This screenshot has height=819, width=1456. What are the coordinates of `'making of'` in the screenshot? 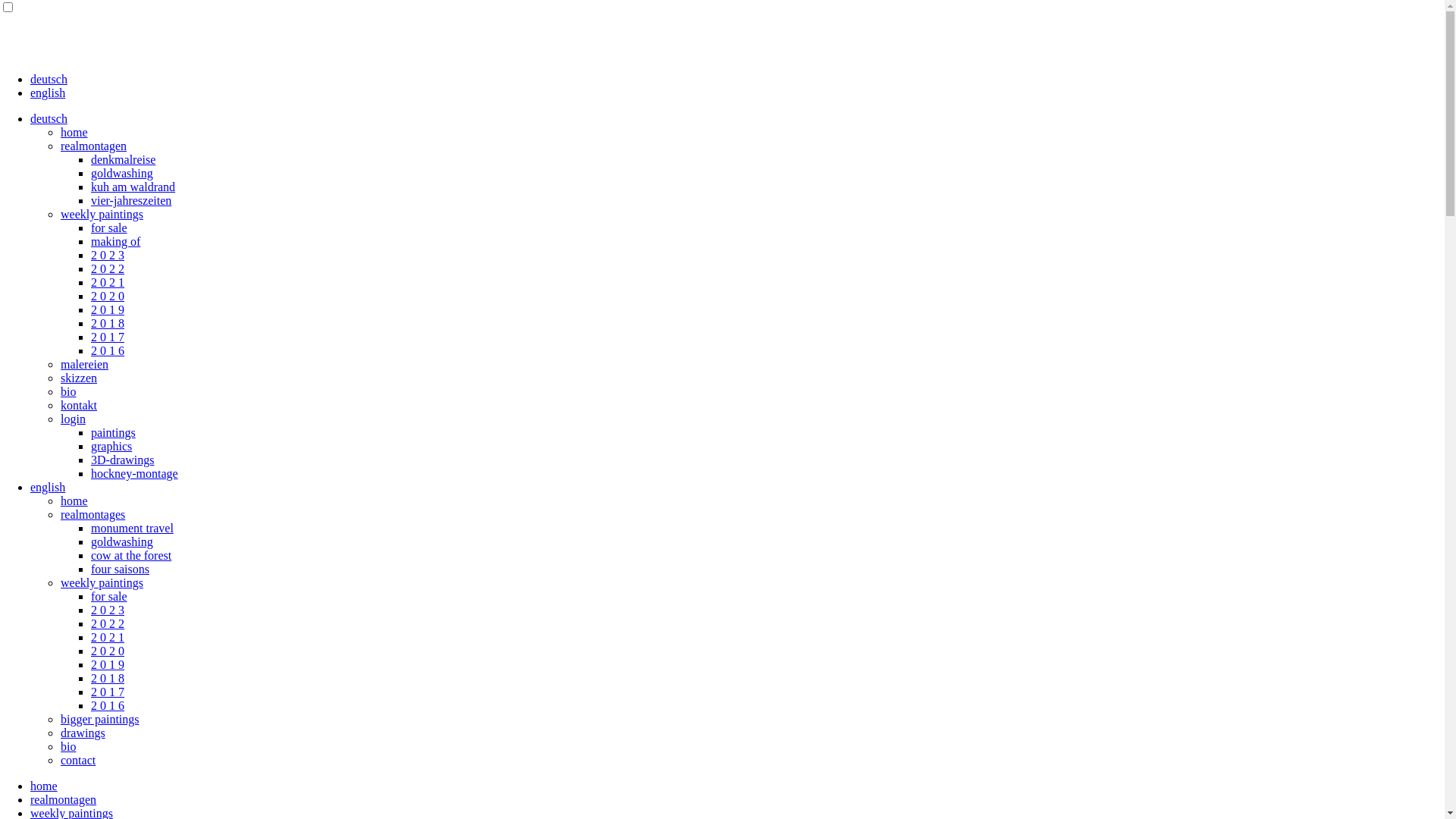 It's located at (115, 240).